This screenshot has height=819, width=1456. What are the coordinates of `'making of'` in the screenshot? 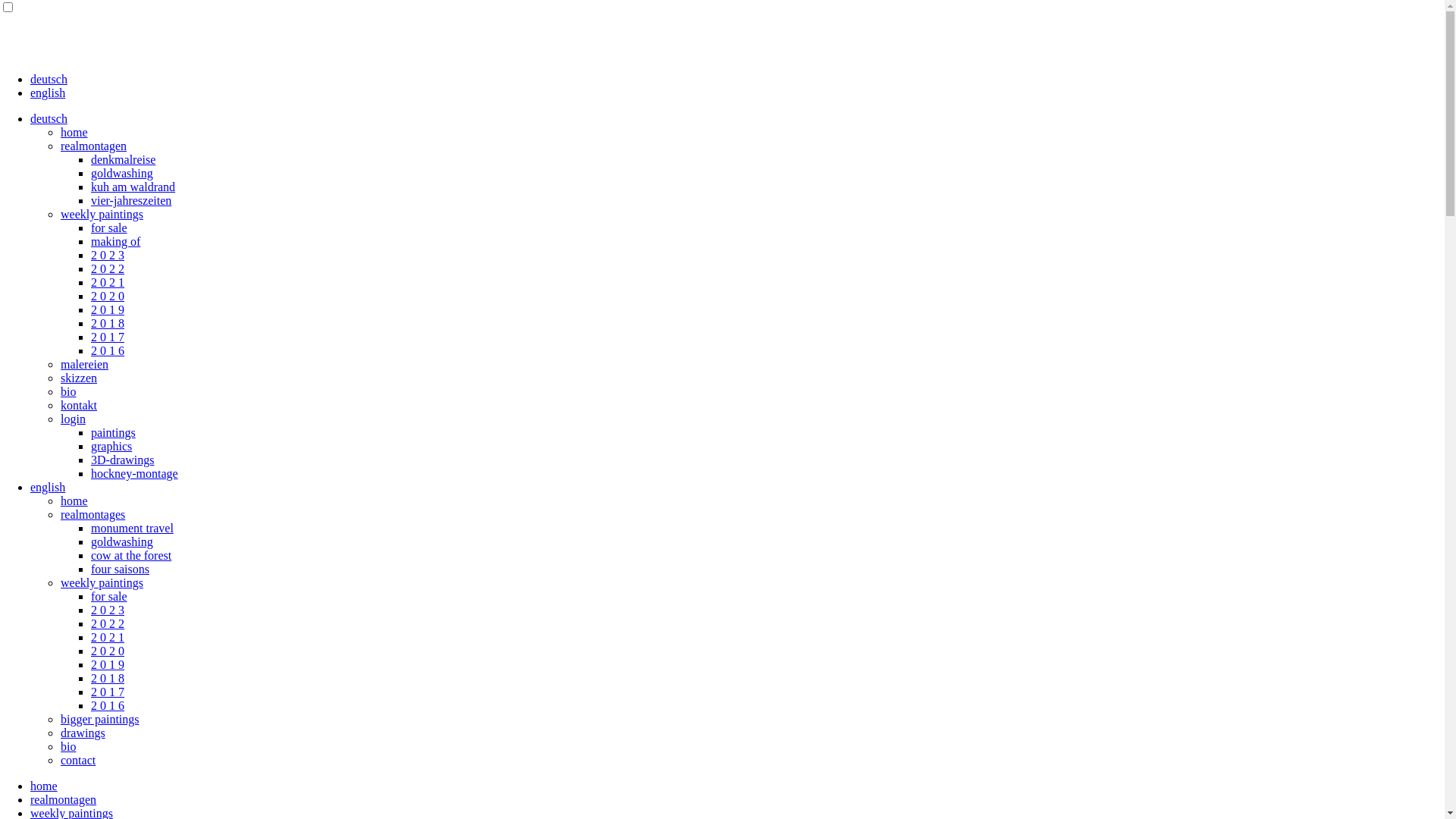 It's located at (115, 240).